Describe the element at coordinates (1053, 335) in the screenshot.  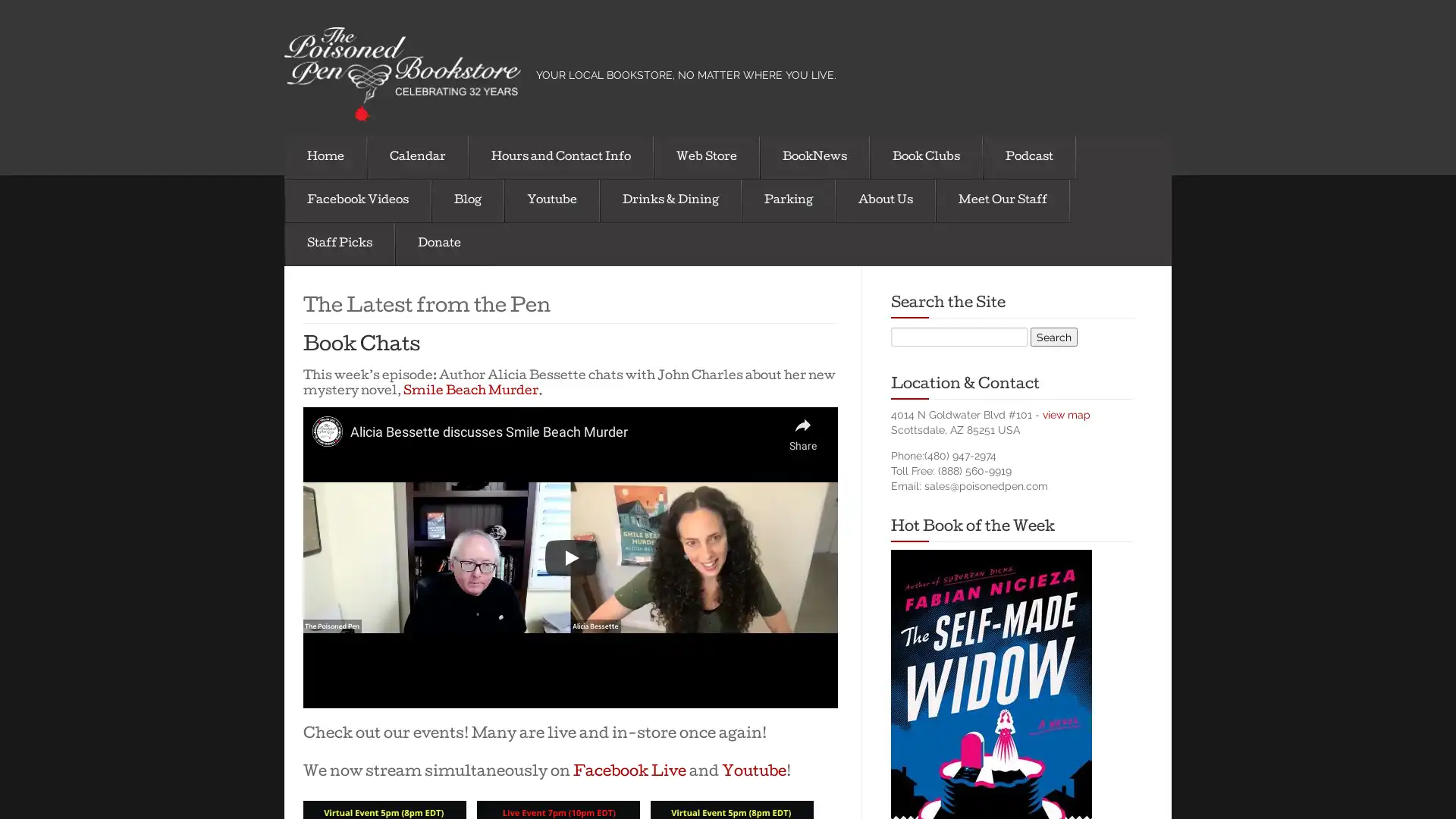
I see `Search` at that location.